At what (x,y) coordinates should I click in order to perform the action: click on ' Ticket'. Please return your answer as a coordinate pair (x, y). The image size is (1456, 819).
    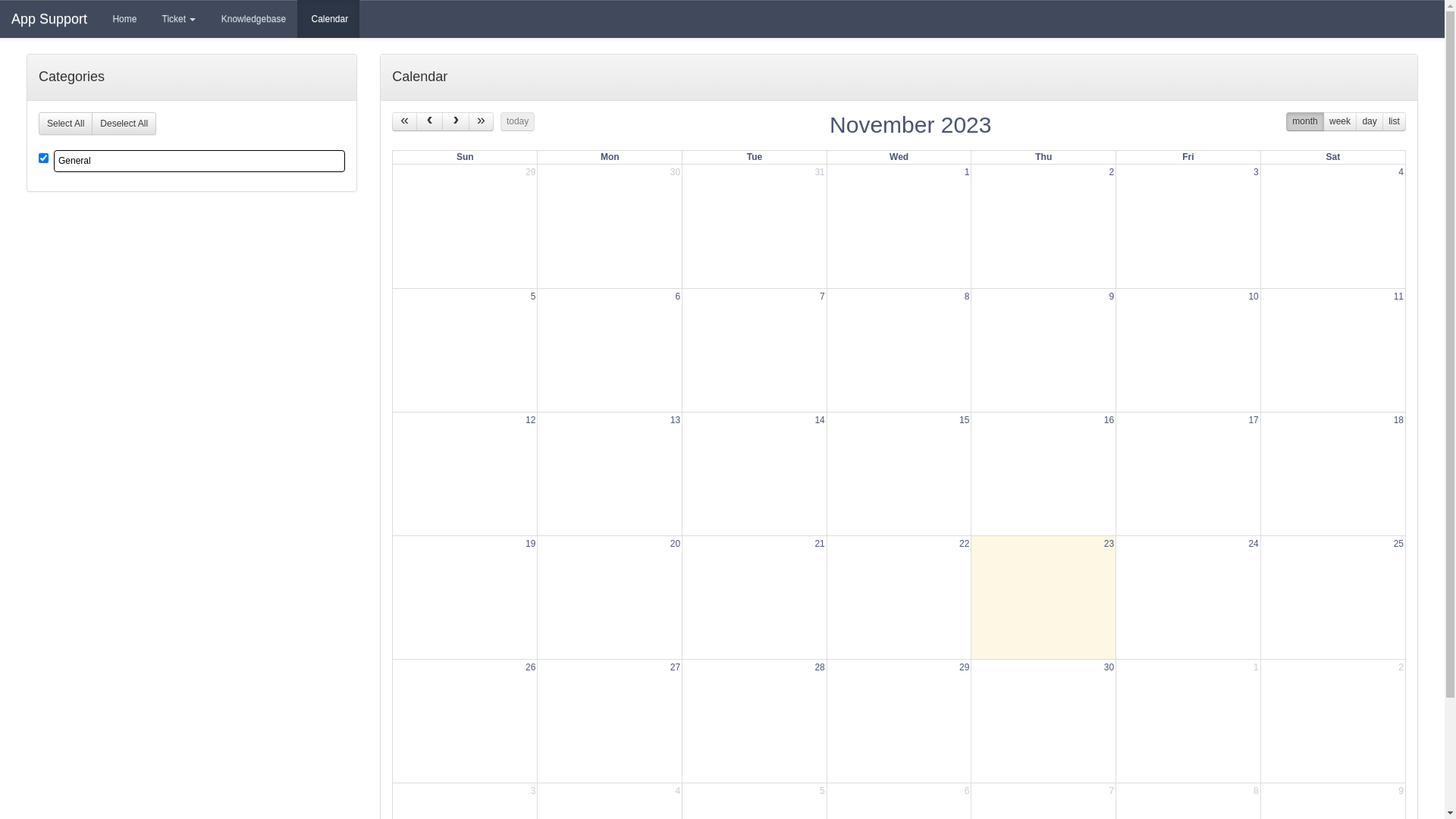
    Looking at the image, I should click on (177, 18).